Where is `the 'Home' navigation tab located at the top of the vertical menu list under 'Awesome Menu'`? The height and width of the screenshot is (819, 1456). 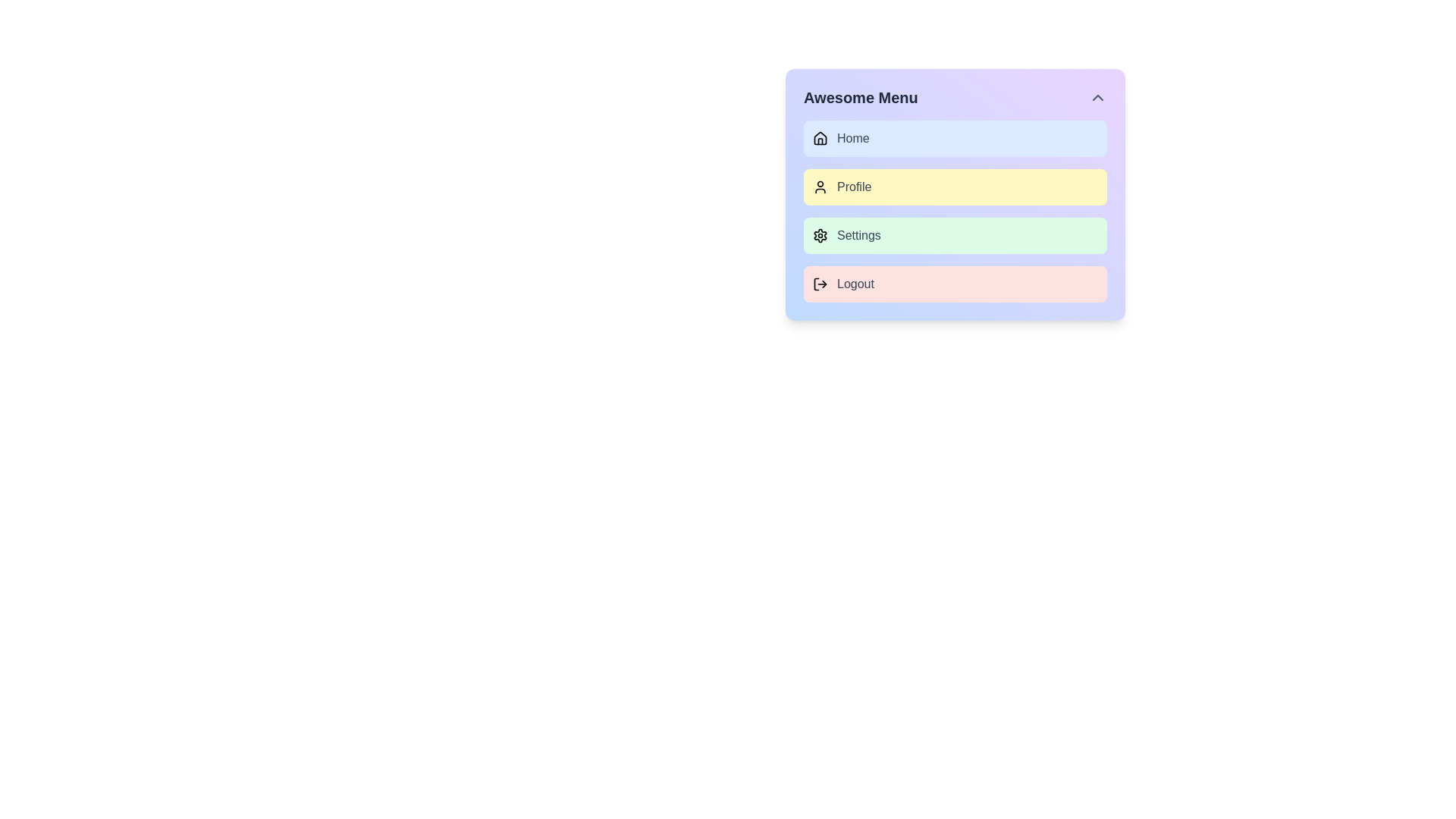 the 'Home' navigation tab located at the top of the vertical menu list under 'Awesome Menu' is located at coordinates (954, 138).